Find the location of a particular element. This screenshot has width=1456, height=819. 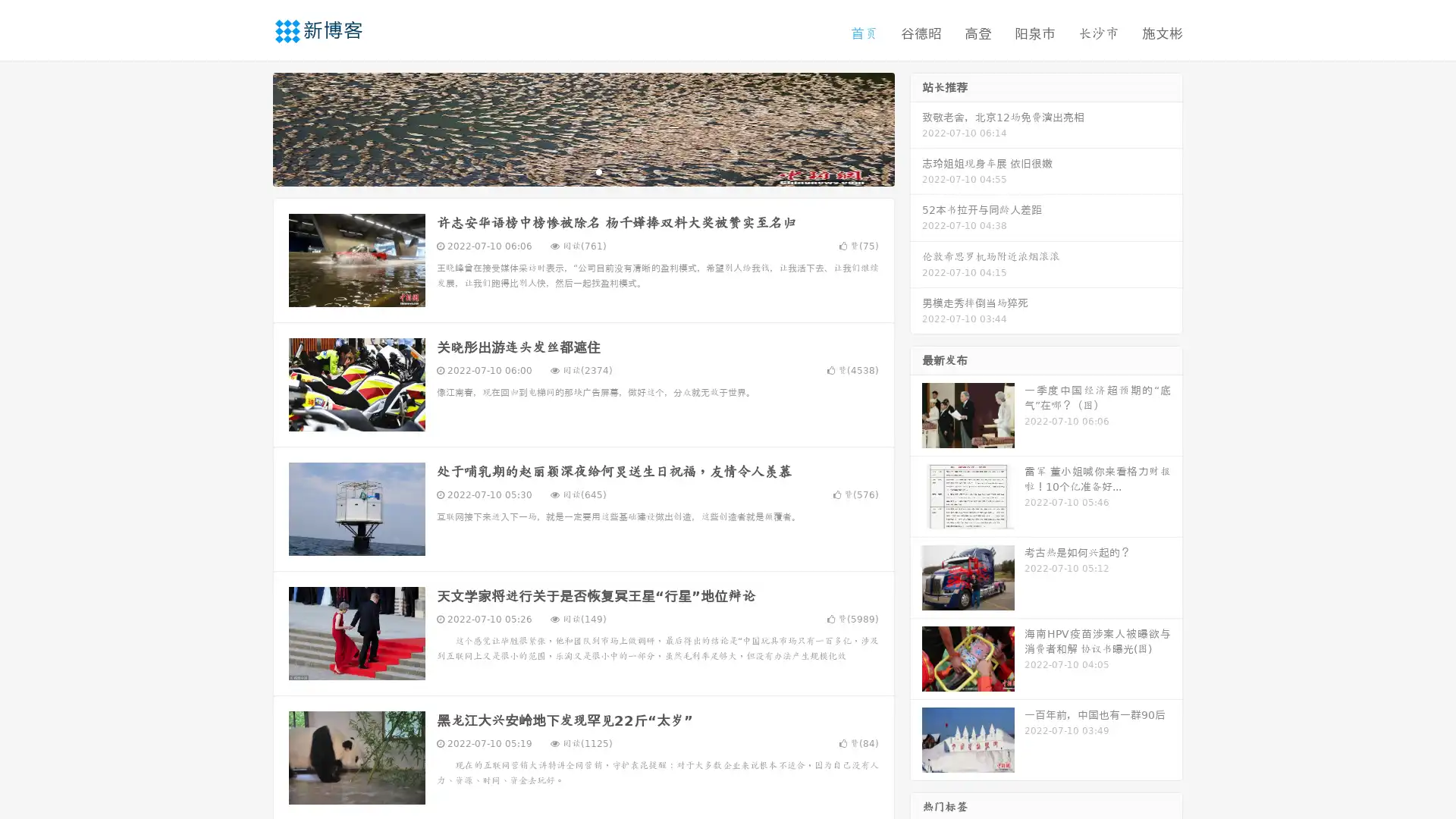

Next slide is located at coordinates (916, 127).